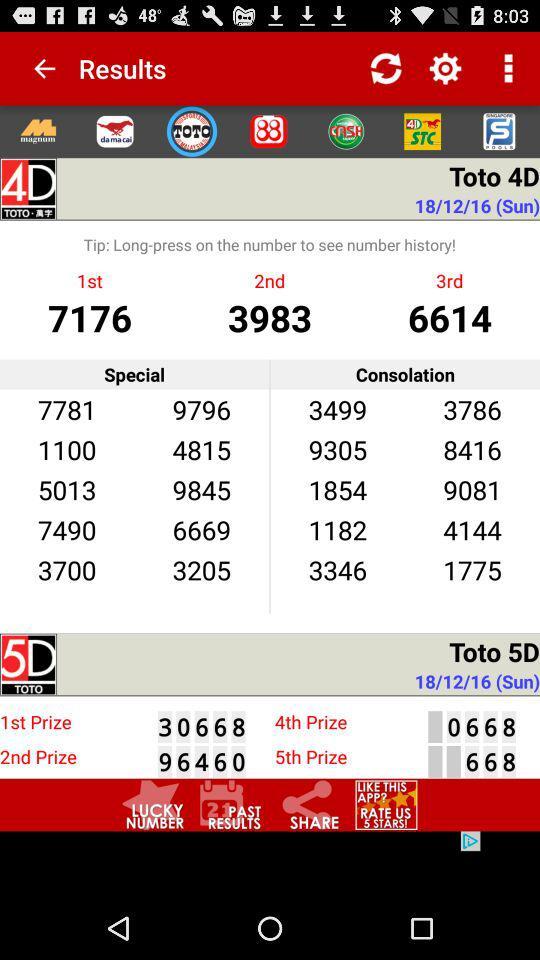 This screenshot has width=540, height=960. I want to click on refresh the results, so click(386, 68).